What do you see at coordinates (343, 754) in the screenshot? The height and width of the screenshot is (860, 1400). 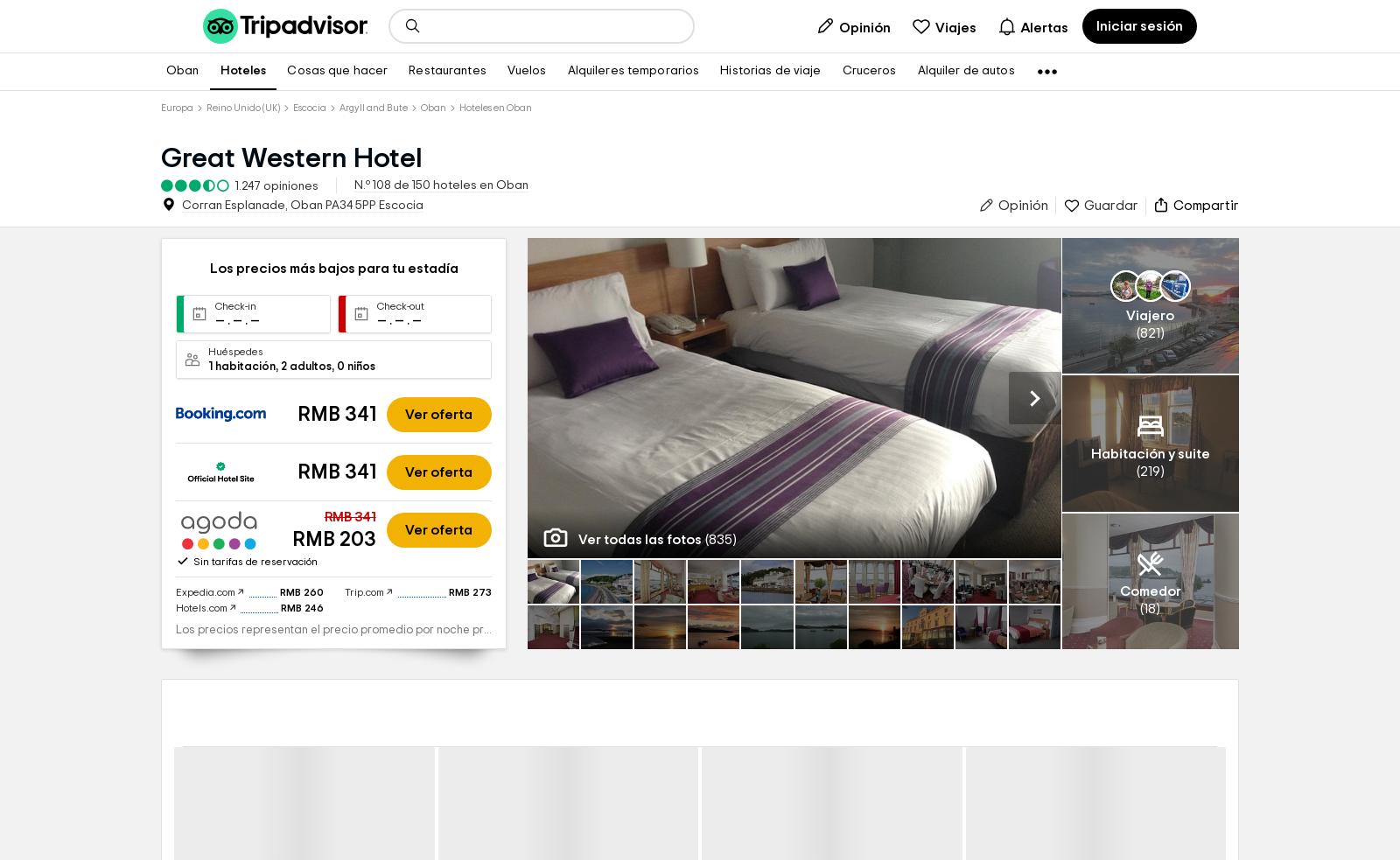 I see `'Trip.com'` at bounding box center [343, 754].